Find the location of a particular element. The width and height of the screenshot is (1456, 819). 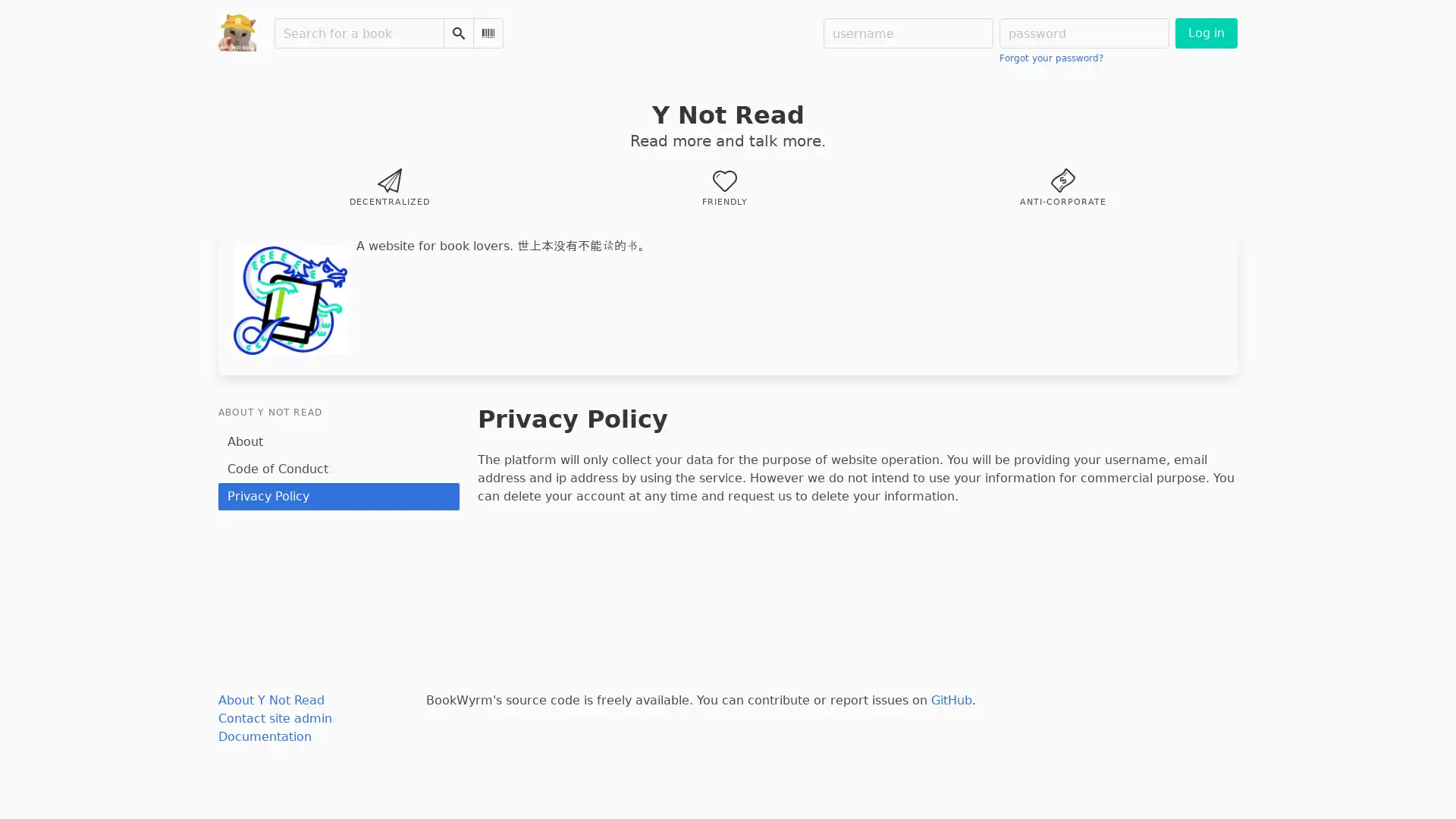

Search is located at coordinates (457, 33).